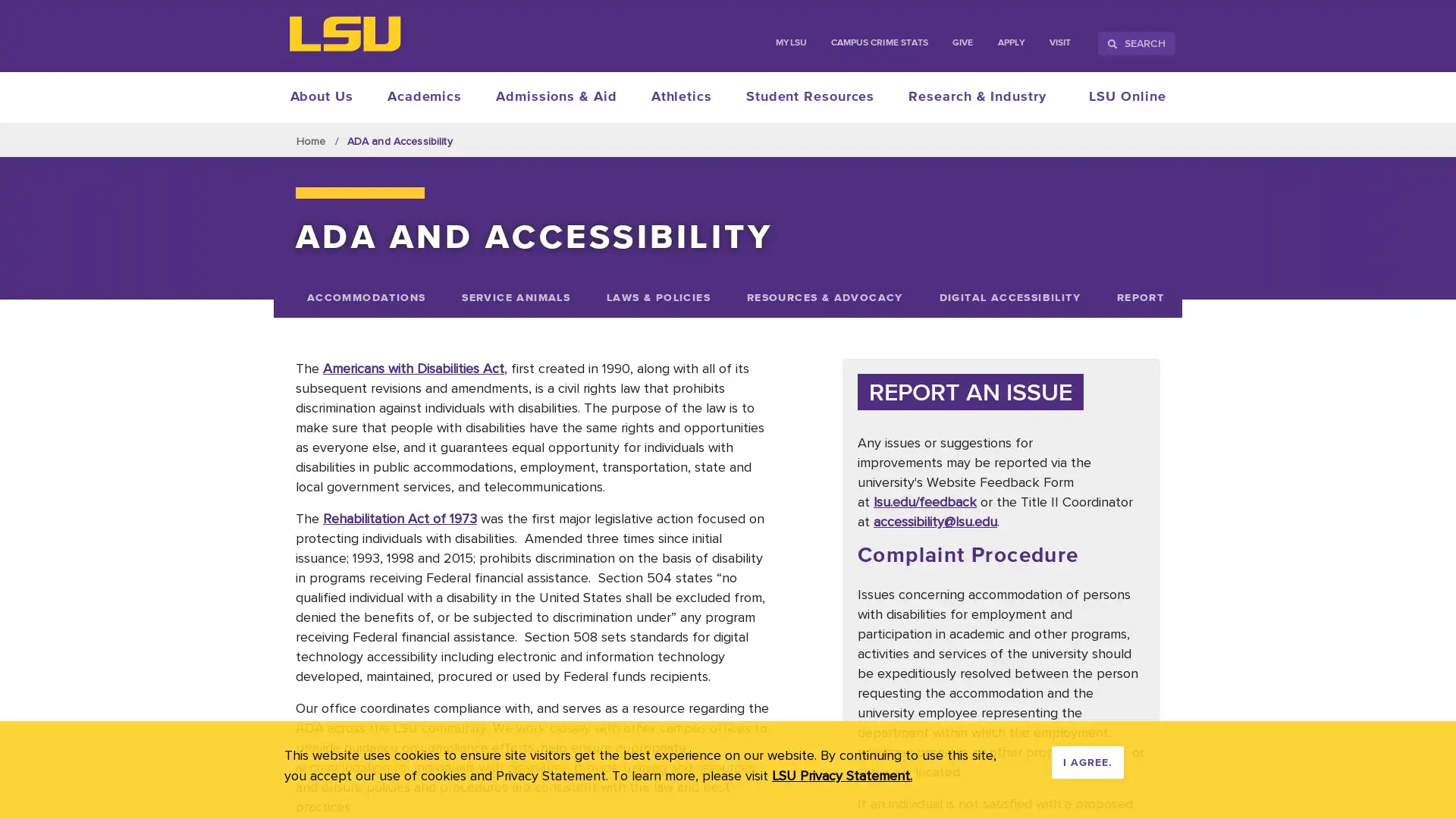 This screenshot has height=819, width=1456. Describe the element at coordinates (1136, 42) in the screenshot. I see `SEARCH` at that location.